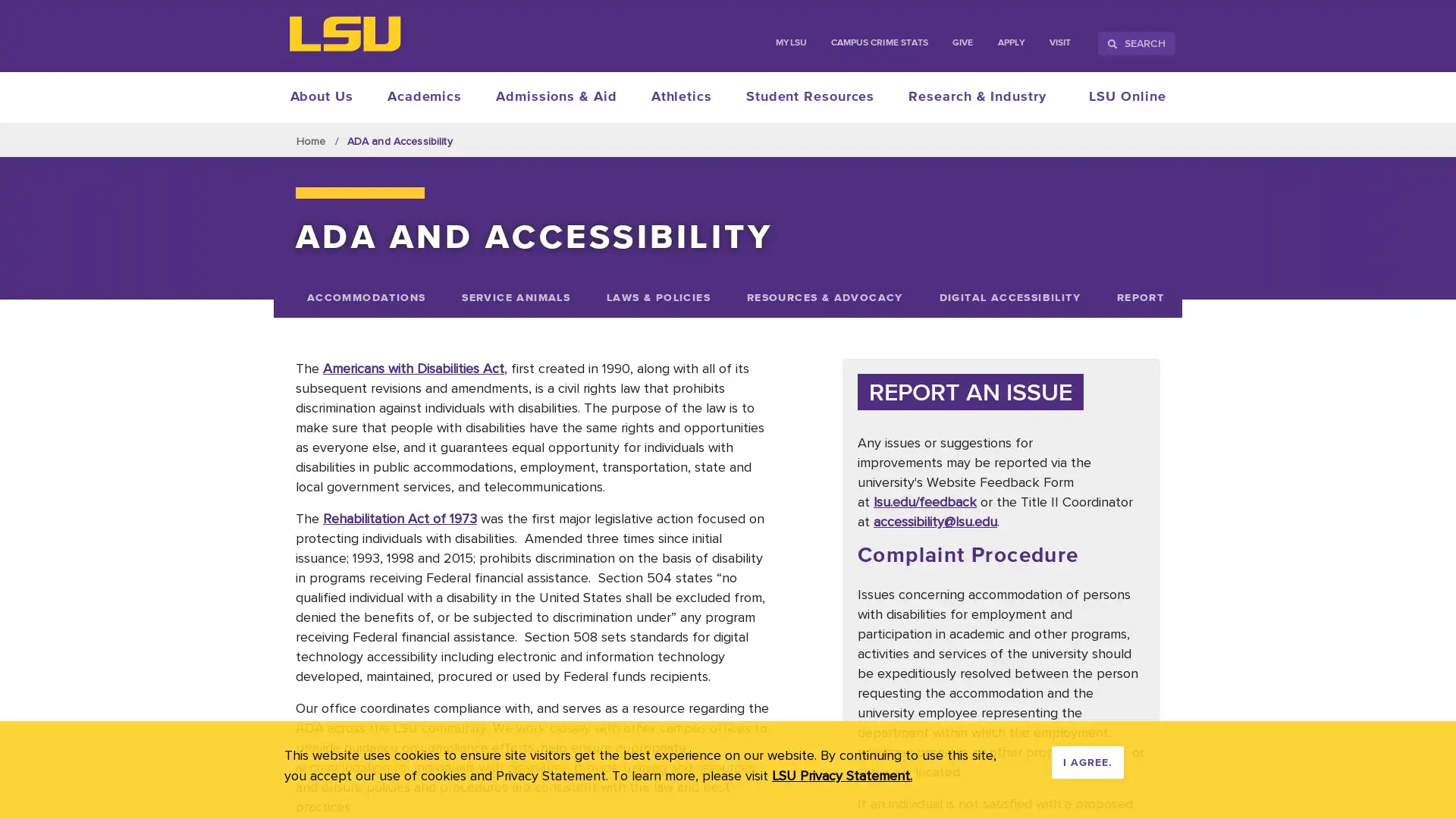 This screenshot has height=819, width=1456. Describe the element at coordinates (1136, 42) in the screenshot. I see `SEARCH` at that location.